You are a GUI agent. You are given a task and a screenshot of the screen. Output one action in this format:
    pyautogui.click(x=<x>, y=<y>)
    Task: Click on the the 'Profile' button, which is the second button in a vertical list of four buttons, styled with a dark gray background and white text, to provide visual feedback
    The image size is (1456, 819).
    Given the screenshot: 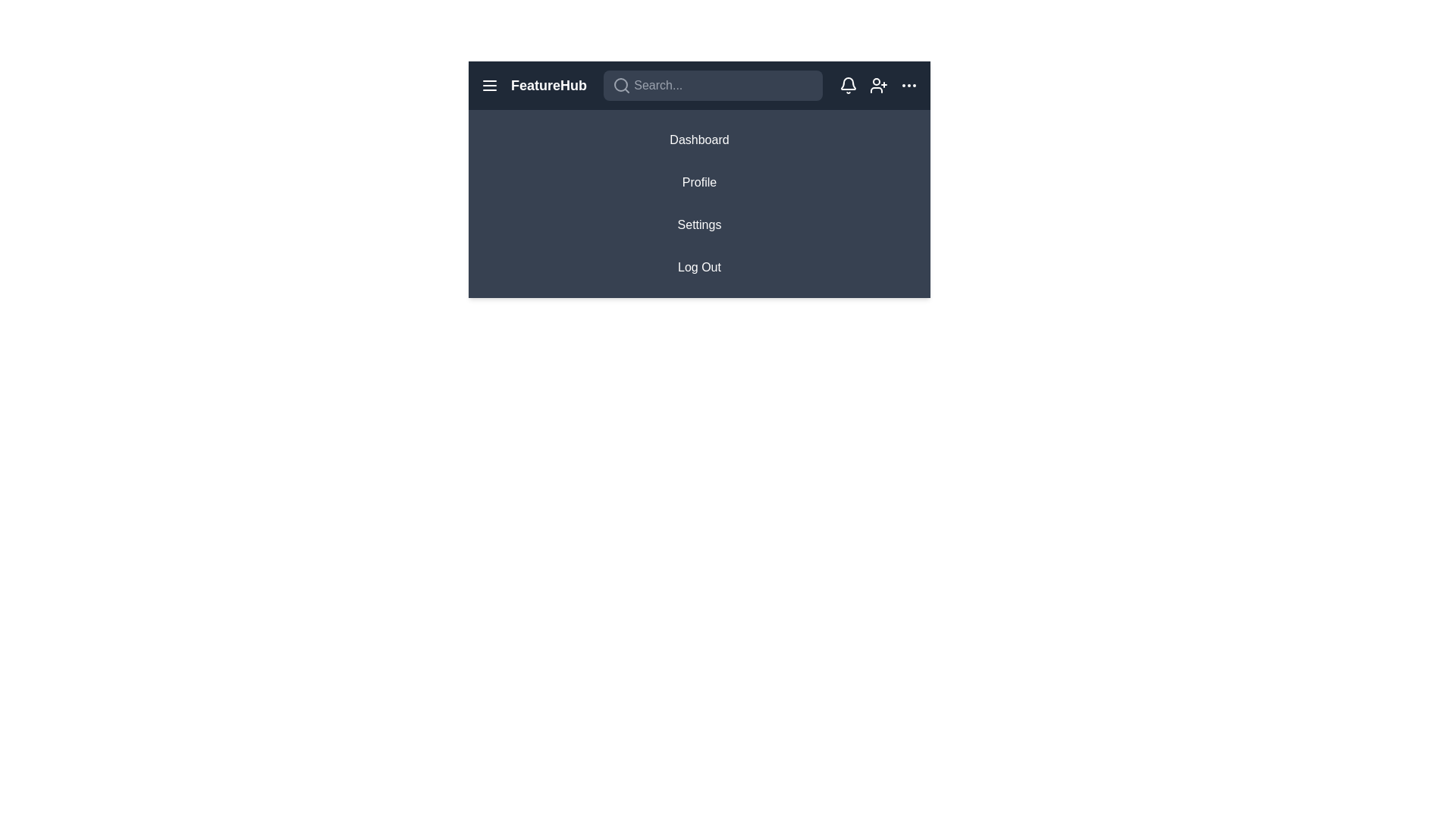 What is the action you would take?
    pyautogui.click(x=698, y=181)
    